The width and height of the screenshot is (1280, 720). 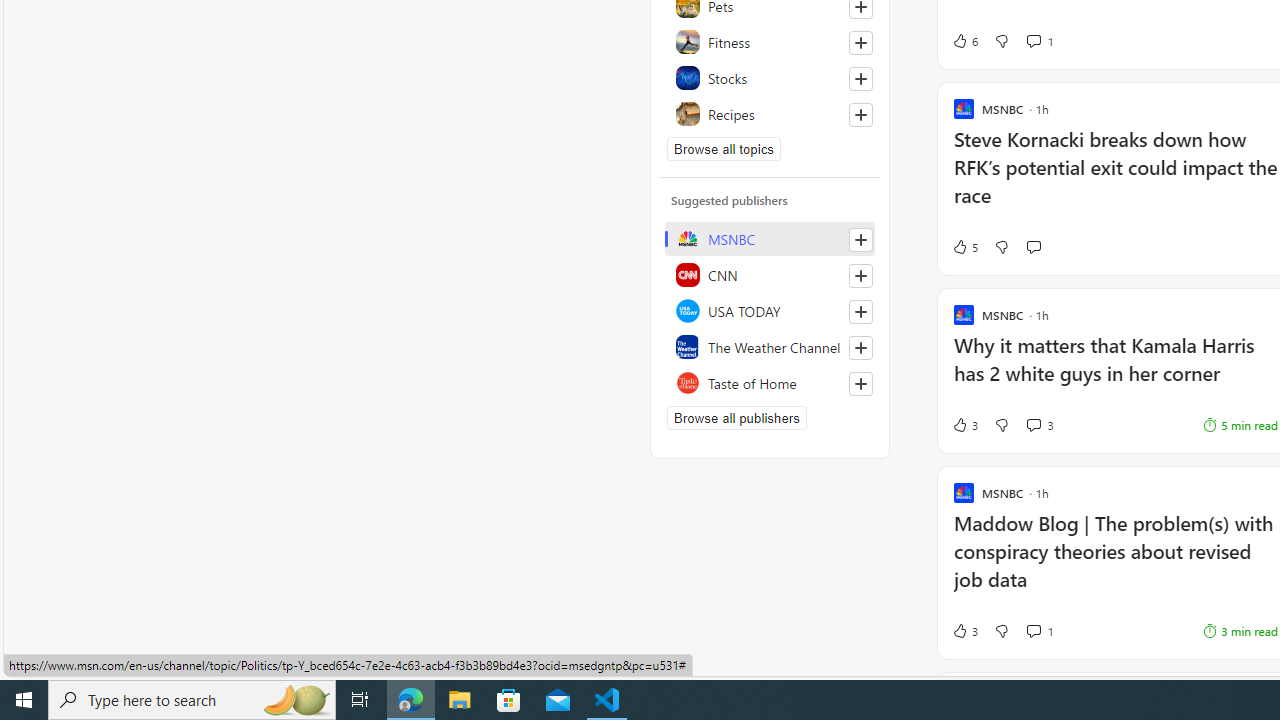 What do you see at coordinates (1001, 631) in the screenshot?
I see `'Dislike'` at bounding box center [1001, 631].